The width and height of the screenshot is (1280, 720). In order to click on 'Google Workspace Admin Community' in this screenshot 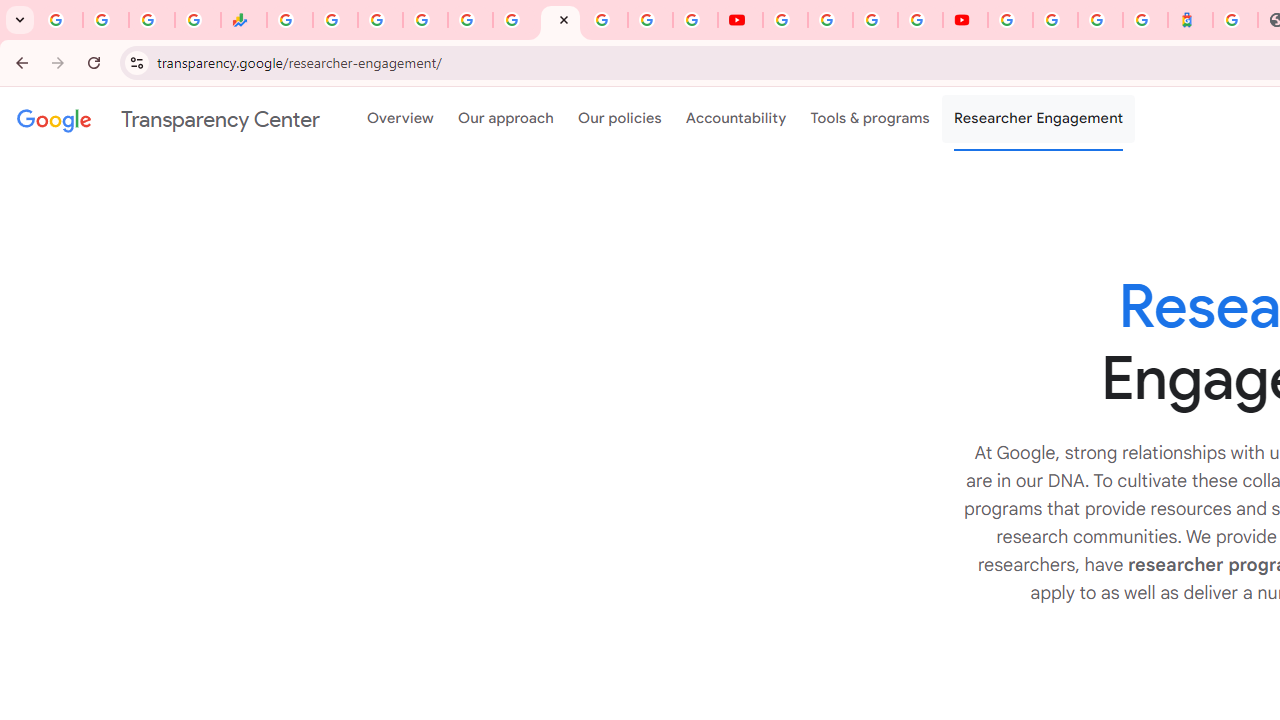, I will do `click(60, 20)`.